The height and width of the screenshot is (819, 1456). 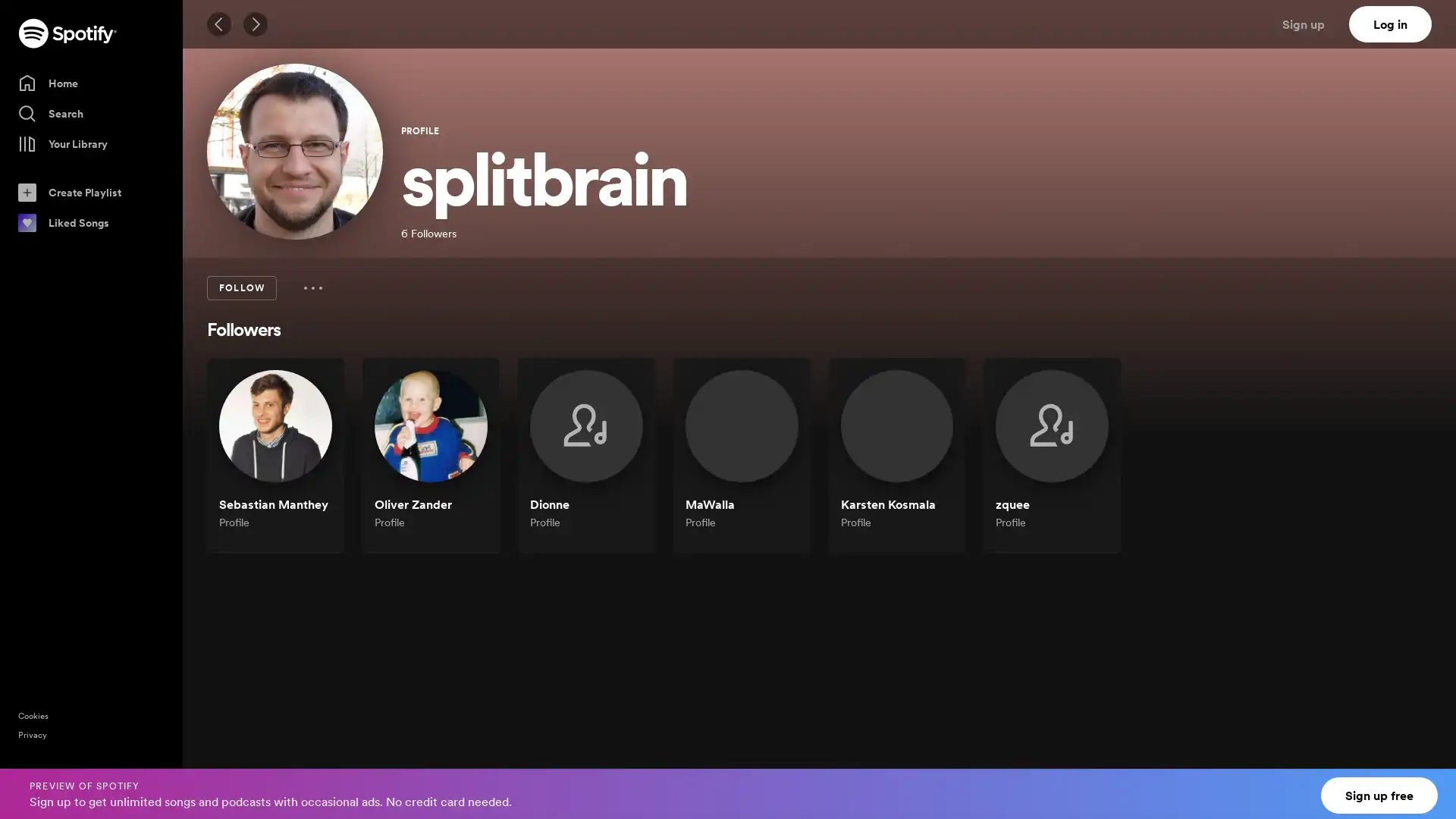 What do you see at coordinates (1390, 24) in the screenshot?
I see `Log in` at bounding box center [1390, 24].